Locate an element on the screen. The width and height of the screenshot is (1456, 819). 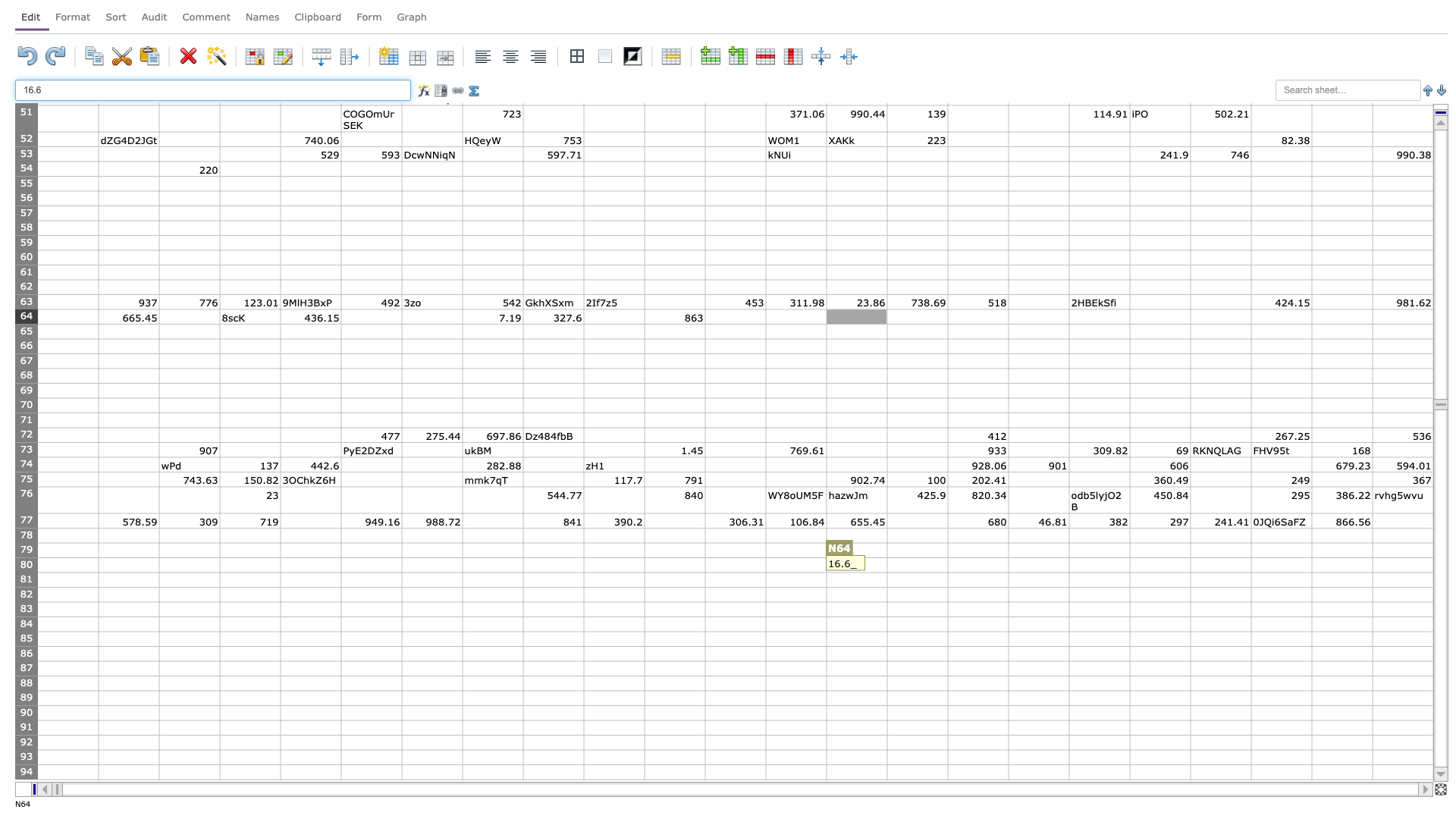
top left corner of R80 is located at coordinates (1068, 557).